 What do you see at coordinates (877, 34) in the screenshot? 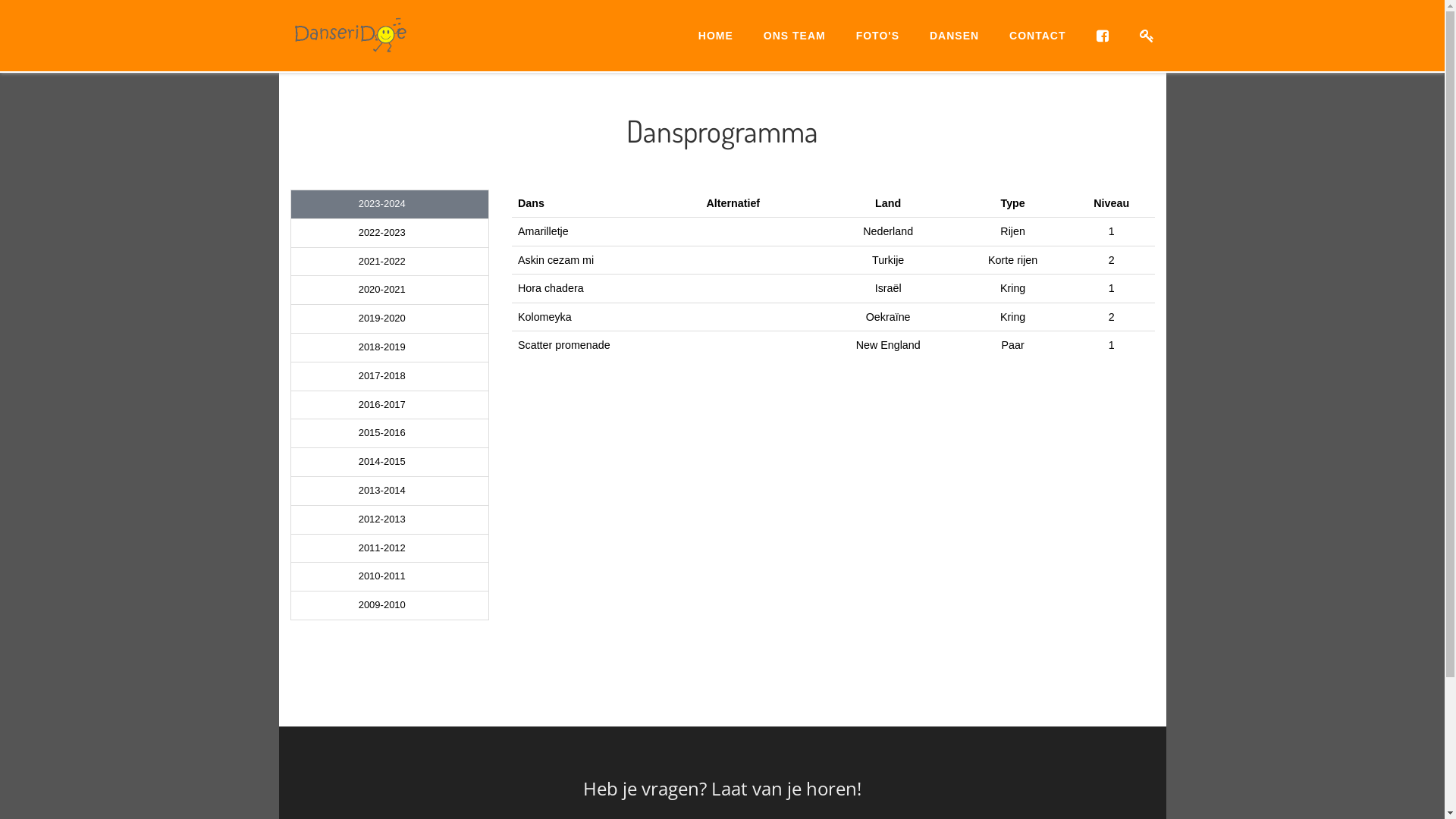
I see `'FOTO'S'` at bounding box center [877, 34].